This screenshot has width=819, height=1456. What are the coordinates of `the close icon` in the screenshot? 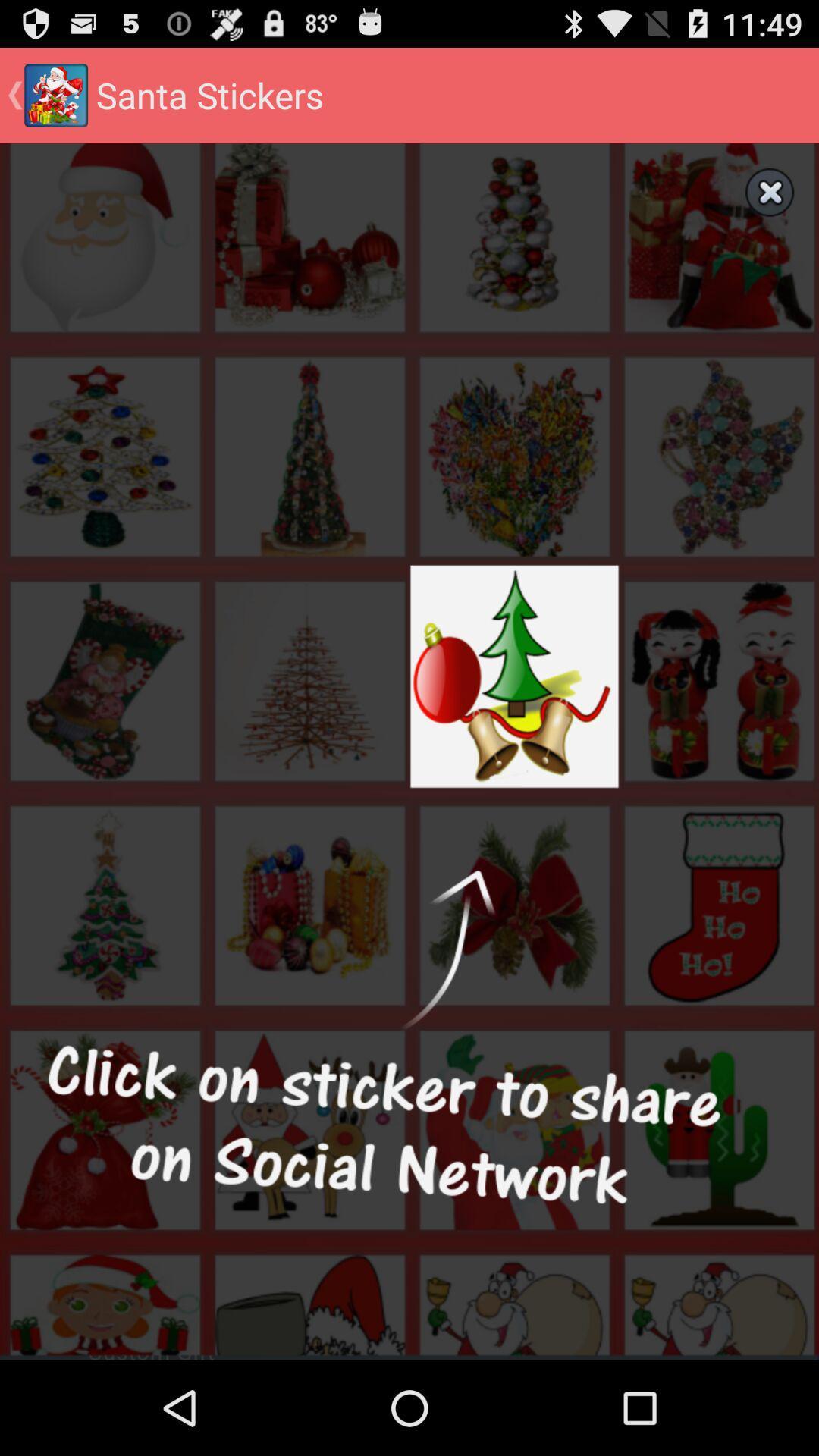 It's located at (770, 205).